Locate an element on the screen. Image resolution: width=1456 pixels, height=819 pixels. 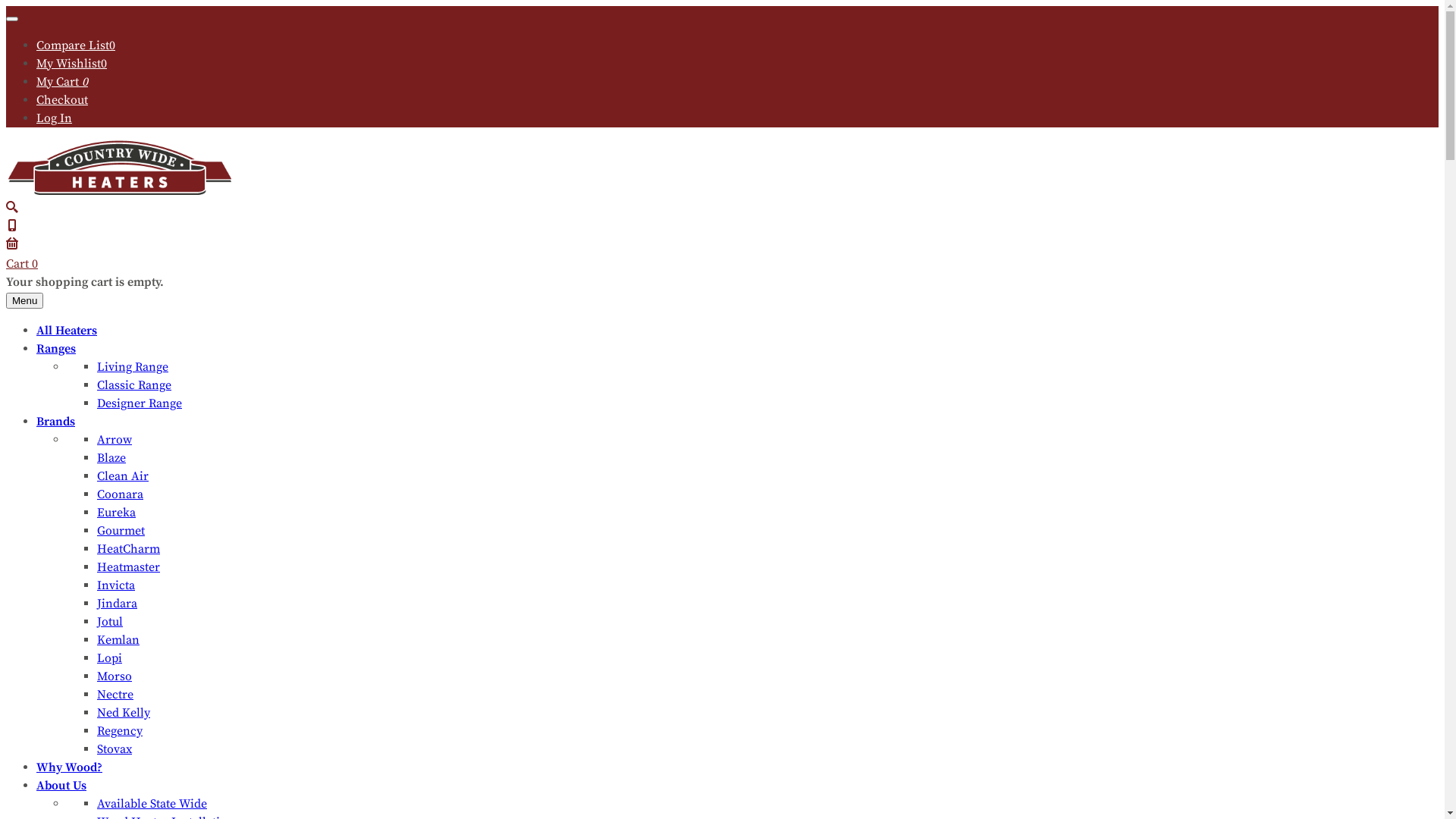
'Living Range' is located at coordinates (96, 366).